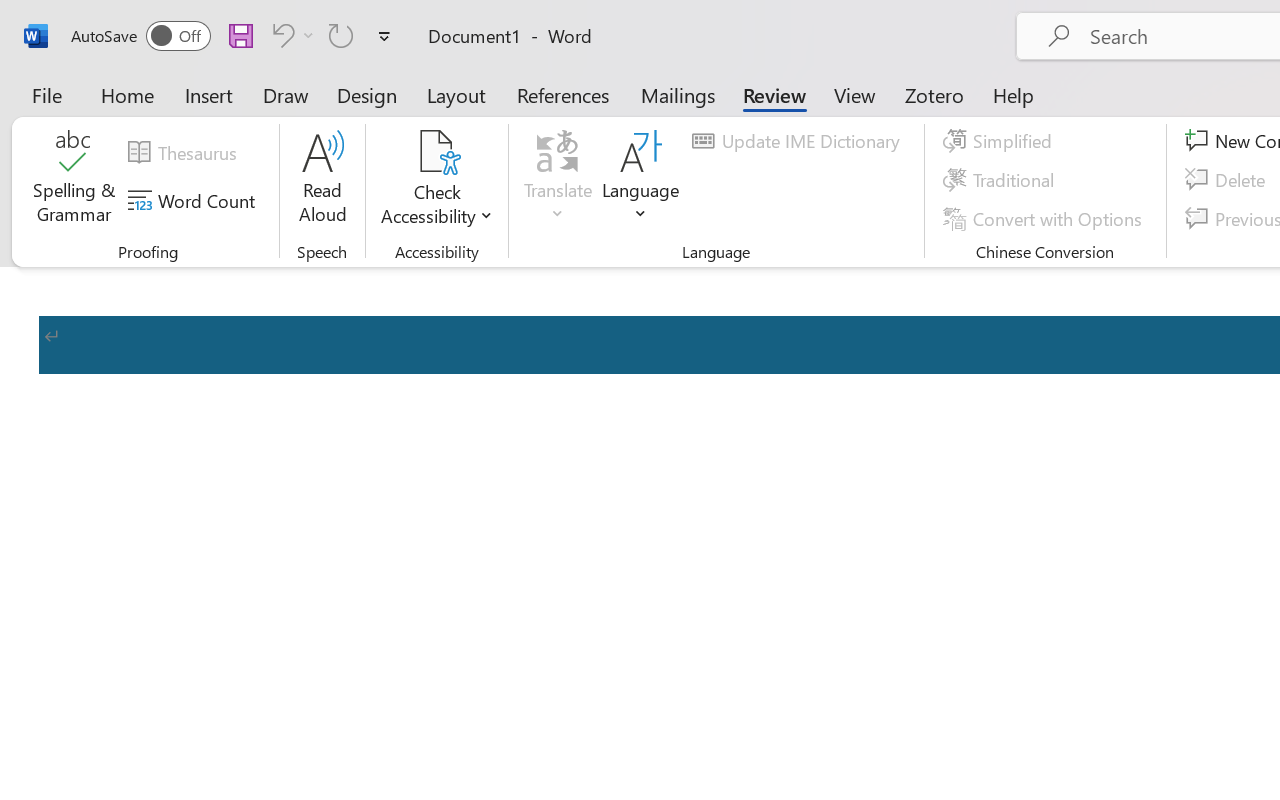 The image size is (1280, 800). Describe the element at coordinates (641, 179) in the screenshot. I see `'Language'` at that location.